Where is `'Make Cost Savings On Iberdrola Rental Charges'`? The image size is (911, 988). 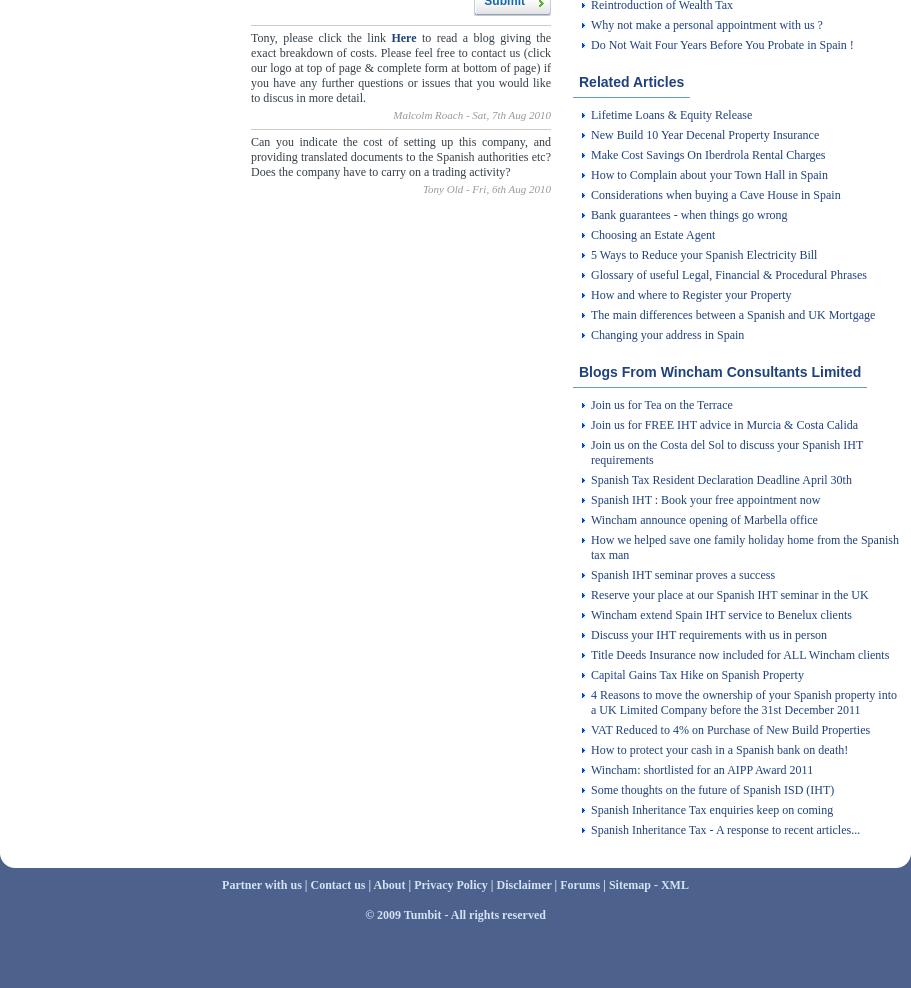 'Make Cost Savings On Iberdrola Rental Charges' is located at coordinates (708, 154).